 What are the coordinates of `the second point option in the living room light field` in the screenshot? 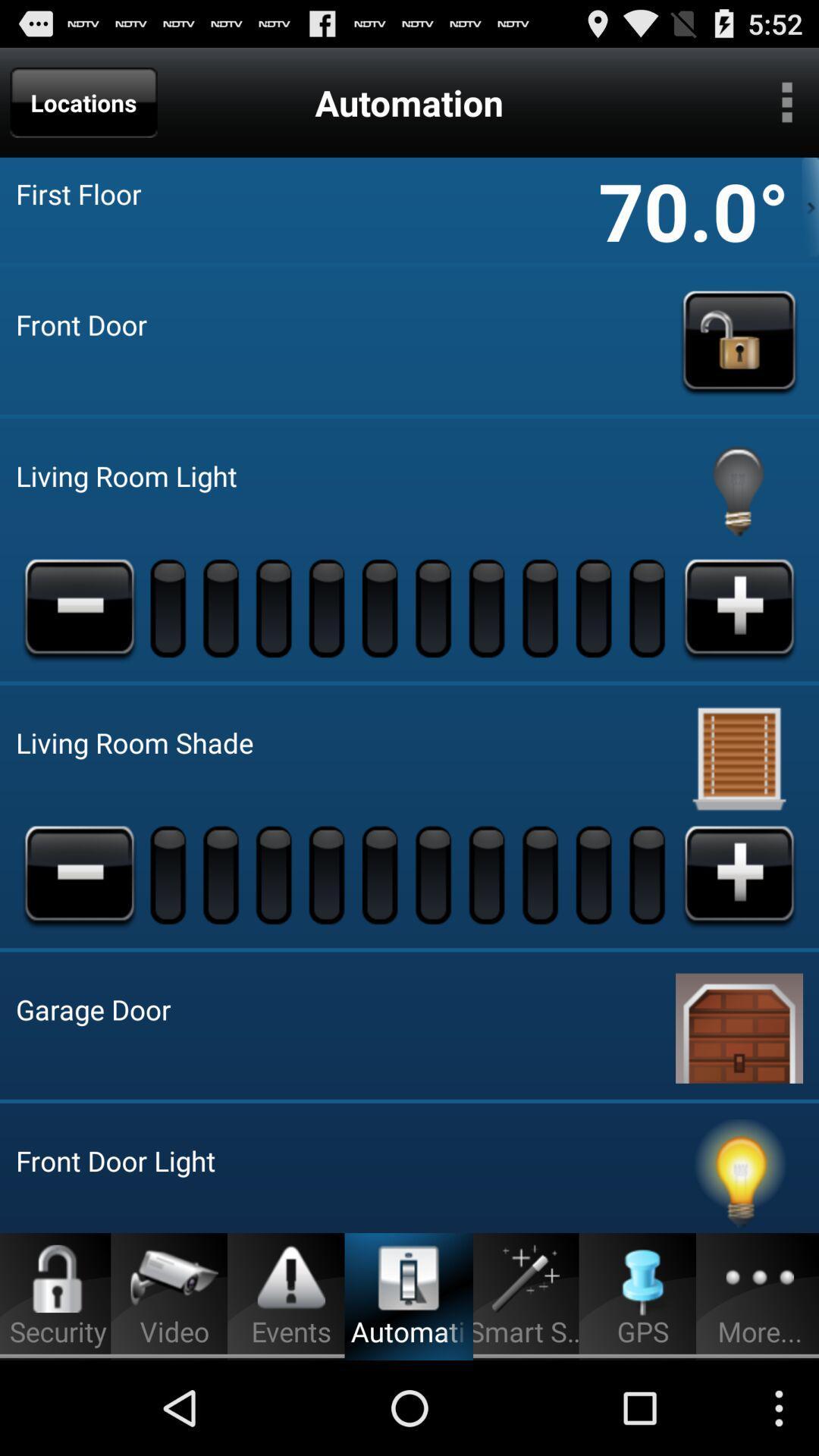 It's located at (222, 607).